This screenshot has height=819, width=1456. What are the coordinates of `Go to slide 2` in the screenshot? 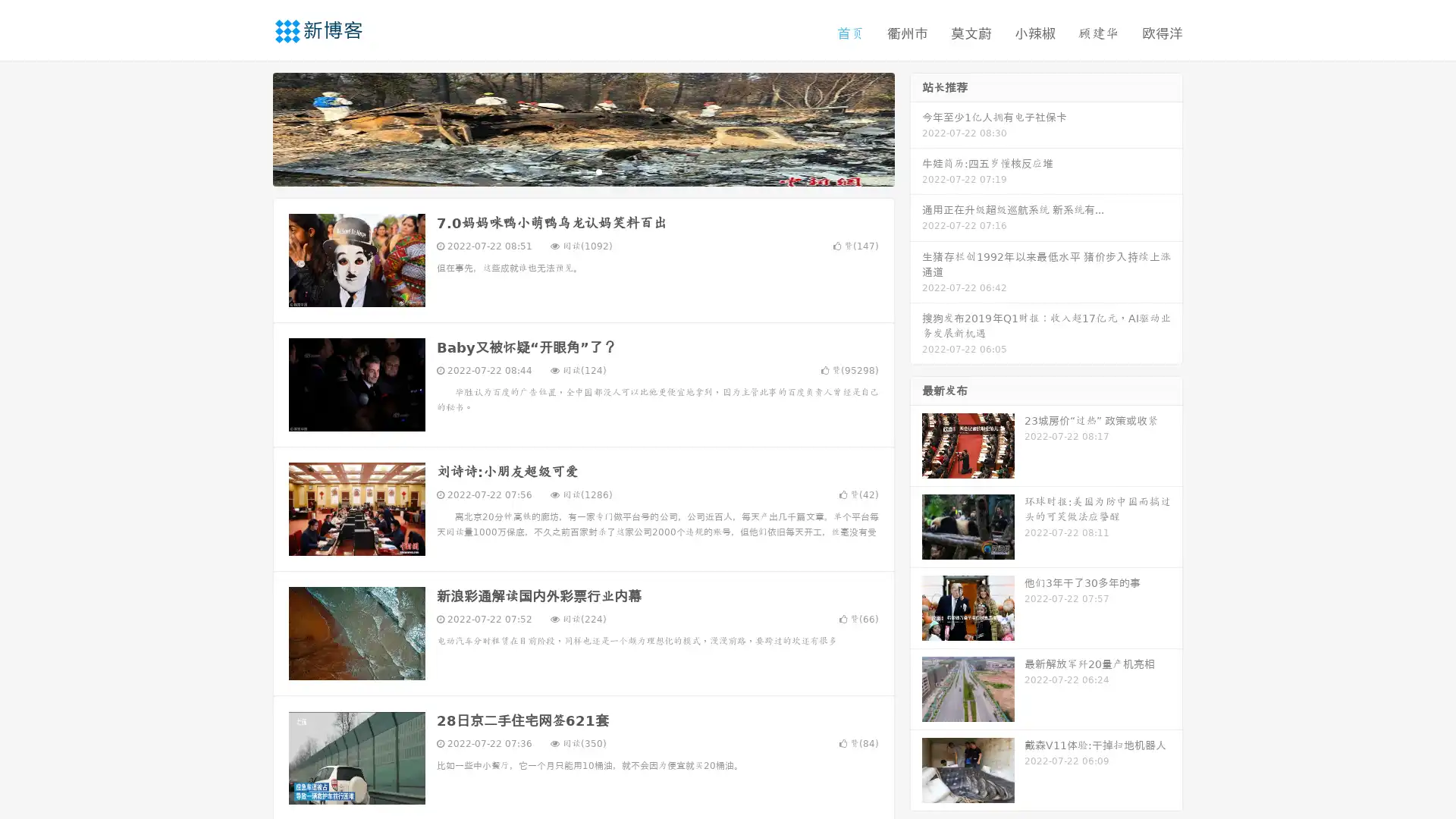 It's located at (582, 171).